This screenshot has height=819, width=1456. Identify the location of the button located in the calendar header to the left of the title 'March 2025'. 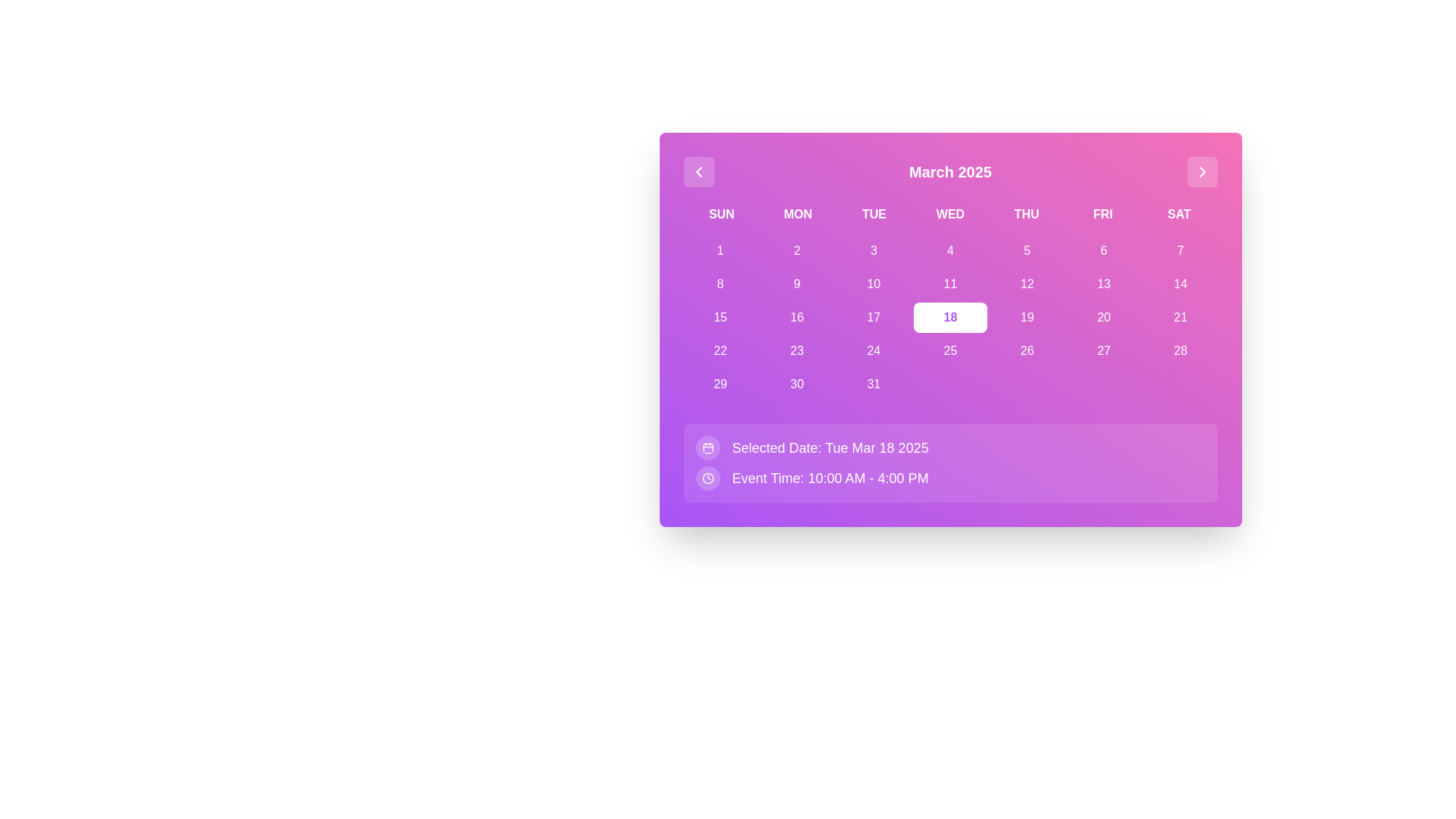
(698, 171).